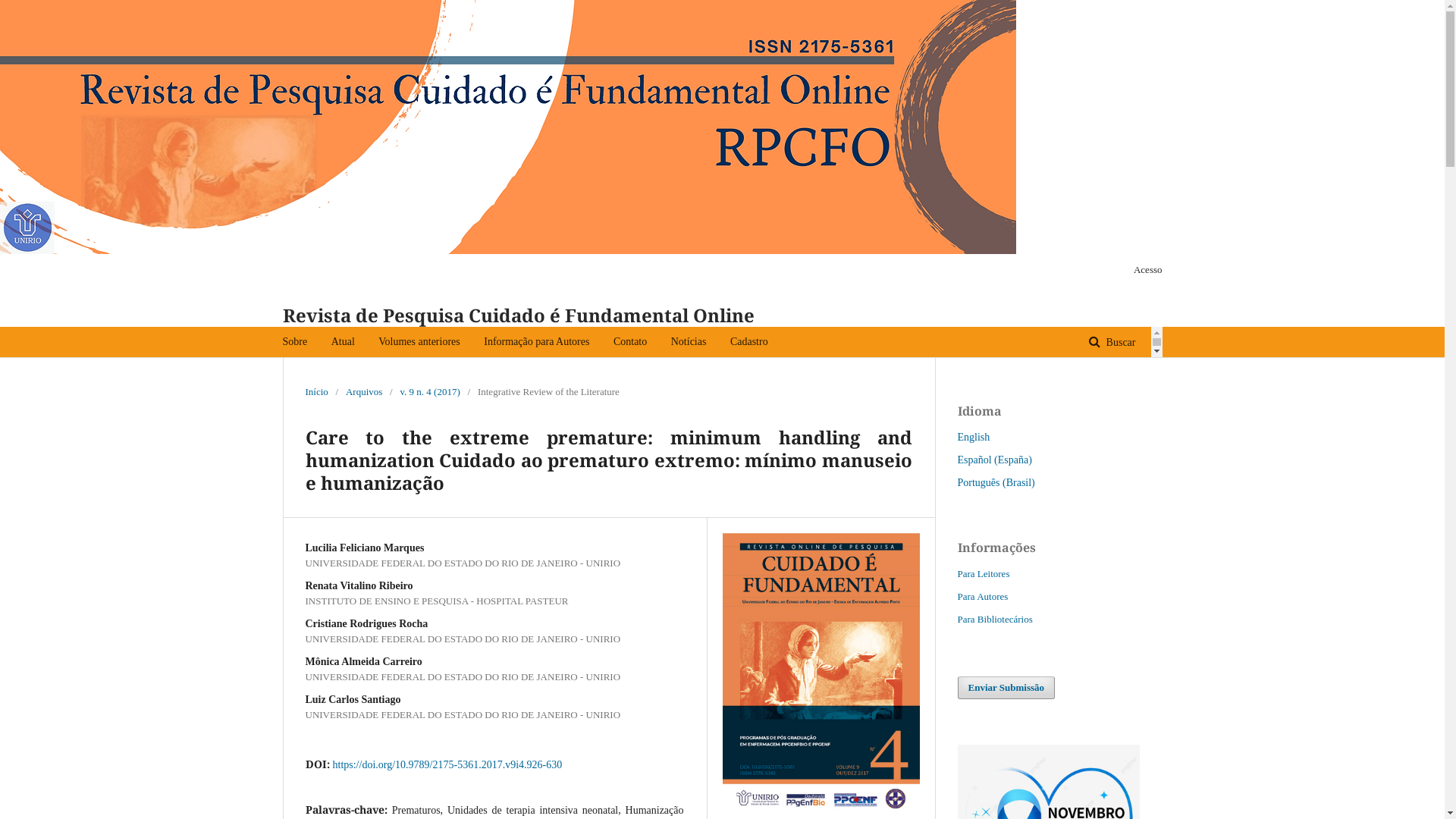  What do you see at coordinates (973, 437) in the screenshot?
I see `'English'` at bounding box center [973, 437].